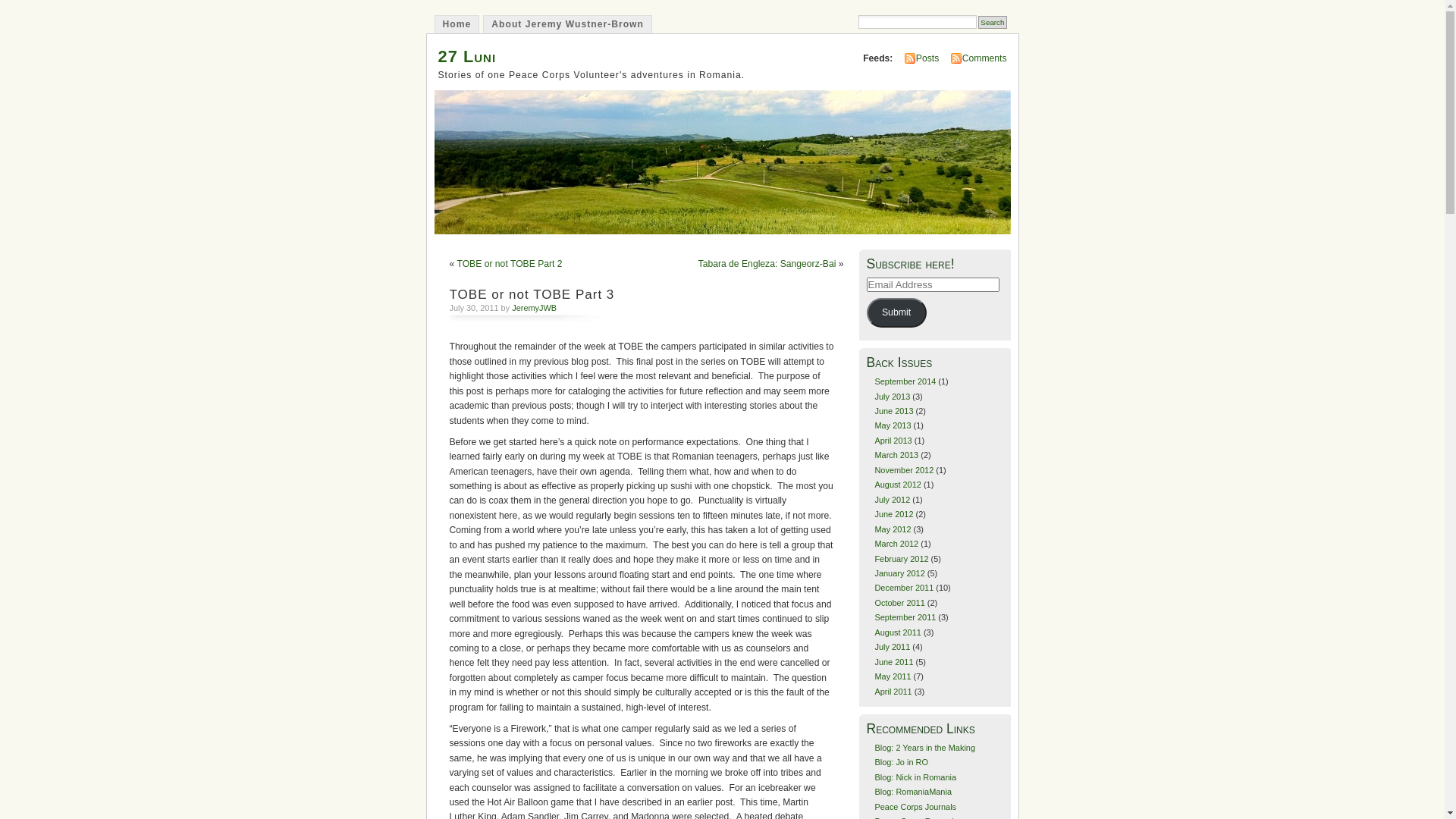 This screenshot has width=1456, height=819. I want to click on 'About Jeremy Wustner-Brown', so click(566, 24).